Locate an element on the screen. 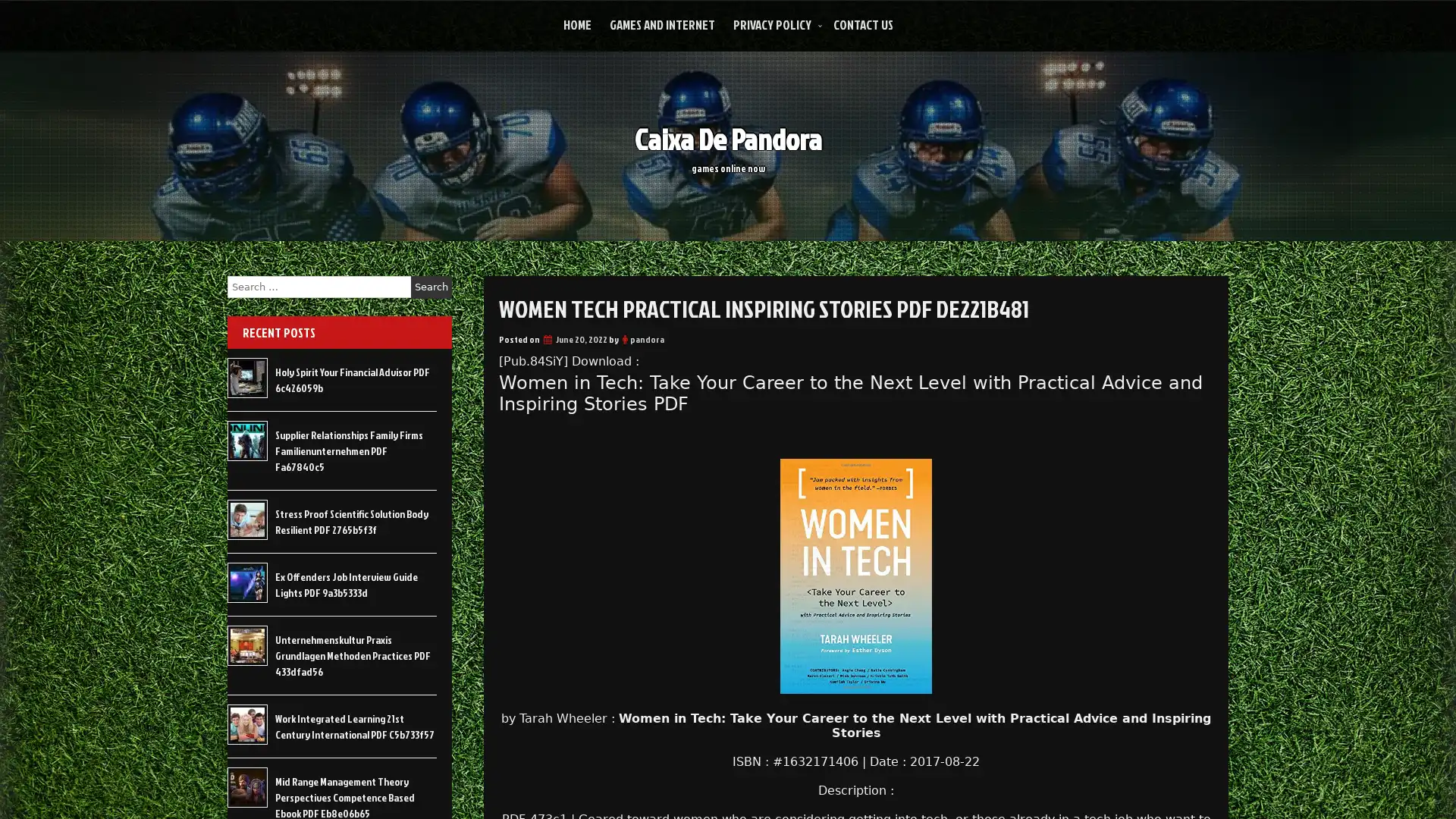 The height and width of the screenshot is (819, 1456). Search is located at coordinates (431, 287).